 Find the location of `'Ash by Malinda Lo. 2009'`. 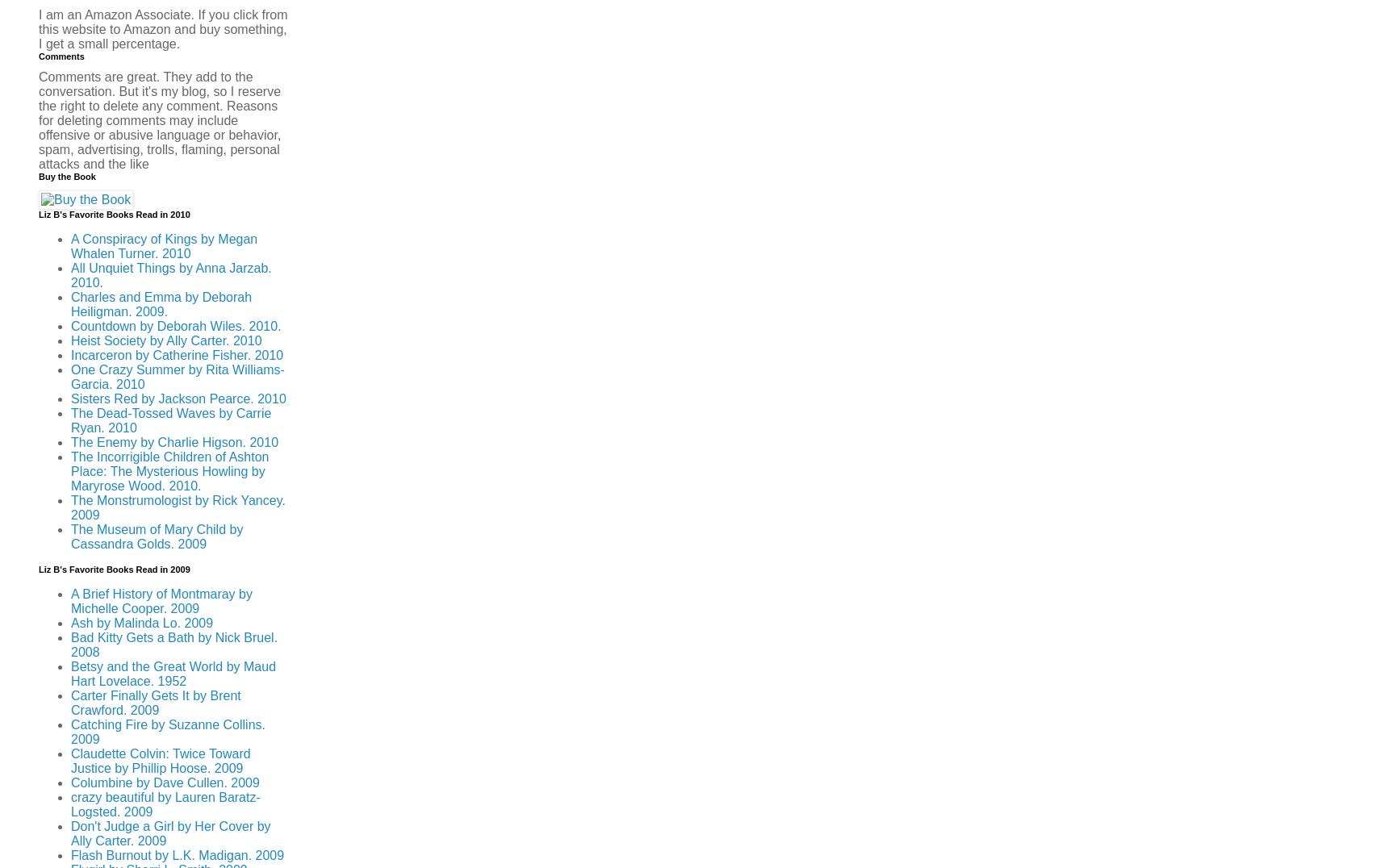

'Ash by Malinda Lo. 2009' is located at coordinates (141, 623).